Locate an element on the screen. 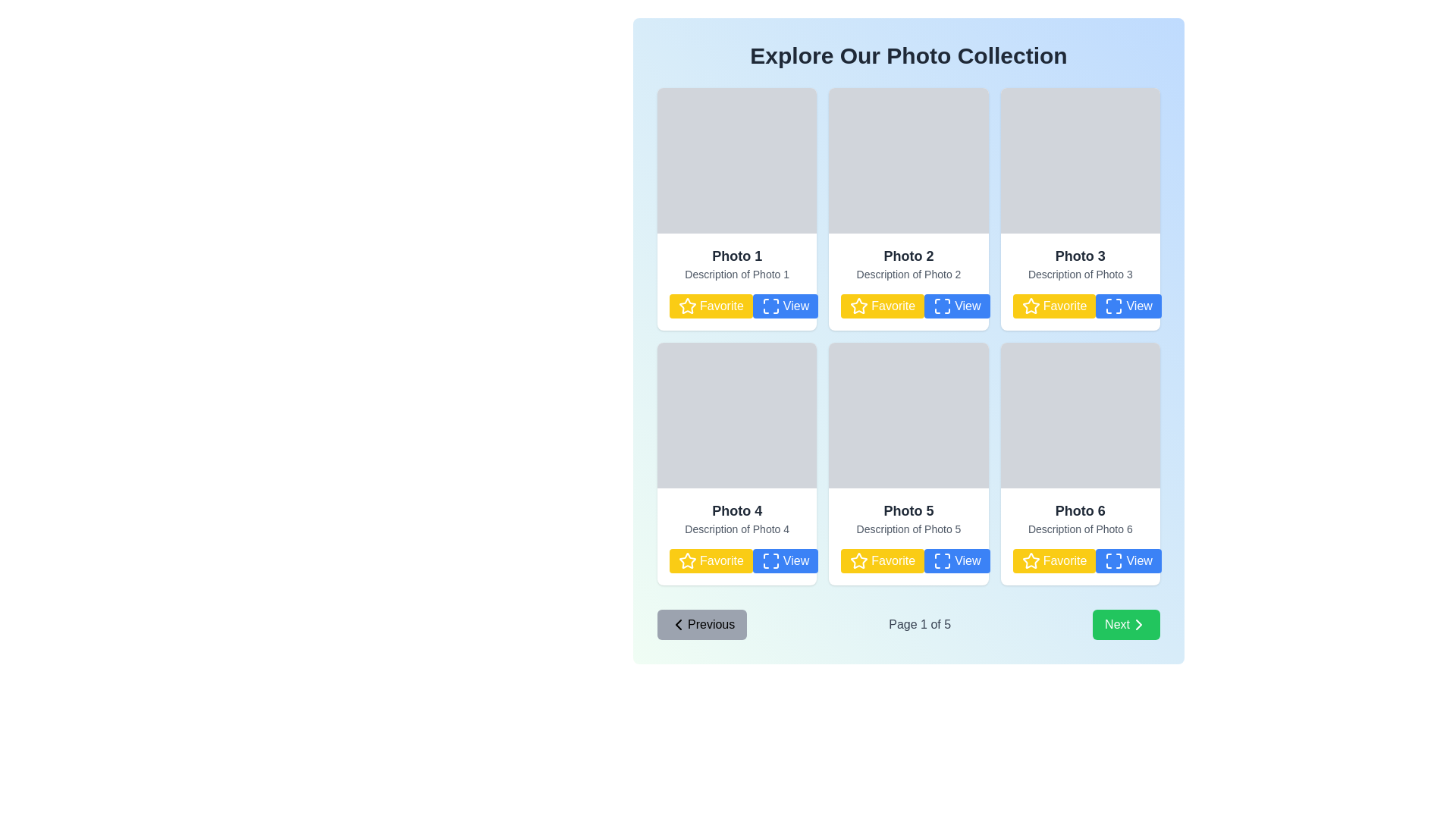  the star icon located in the third card of the grid layout to mark the associated item as a 'Favorite.' is located at coordinates (1030, 305).